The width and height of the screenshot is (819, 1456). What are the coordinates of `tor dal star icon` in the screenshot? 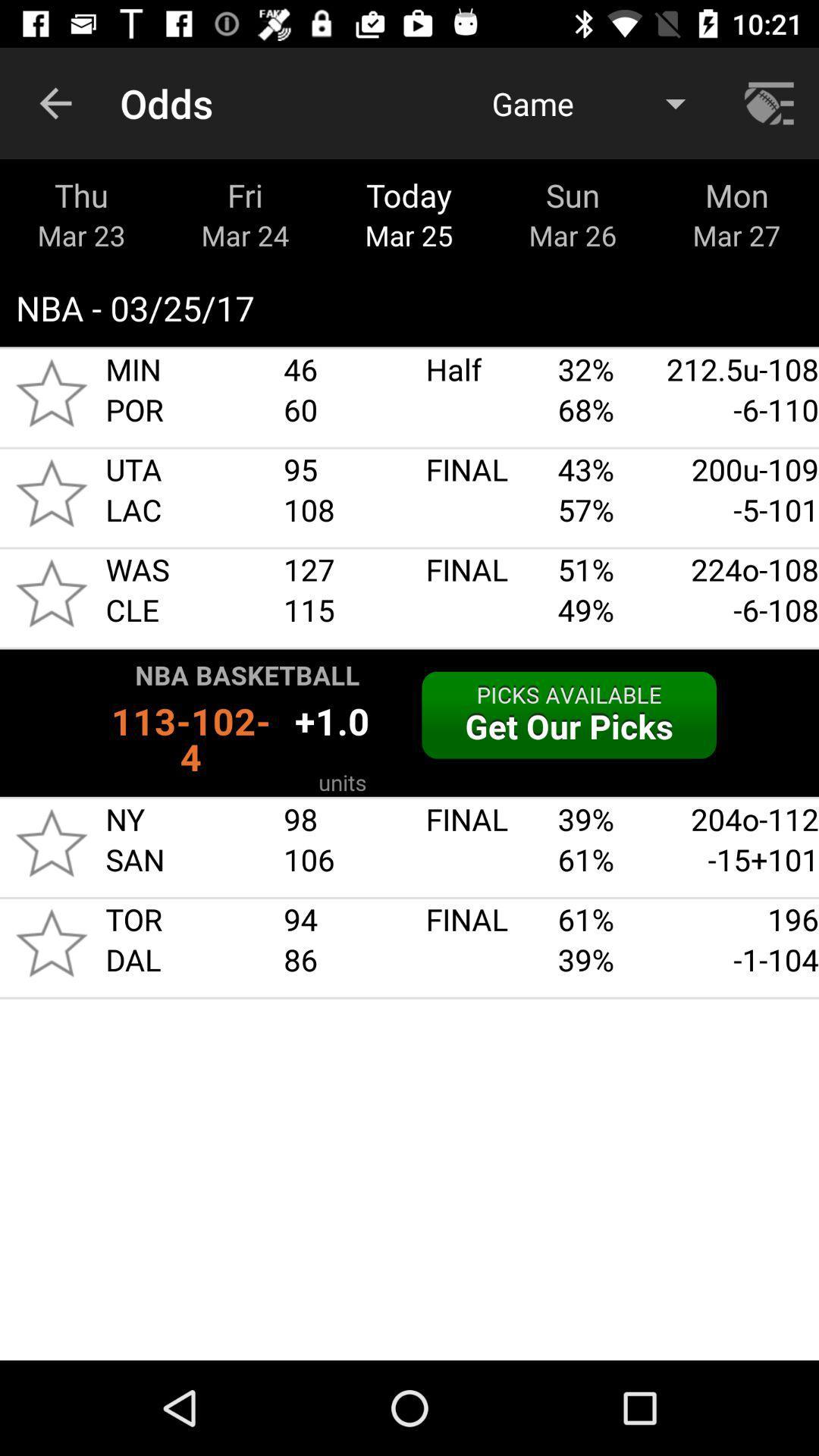 It's located at (51, 942).